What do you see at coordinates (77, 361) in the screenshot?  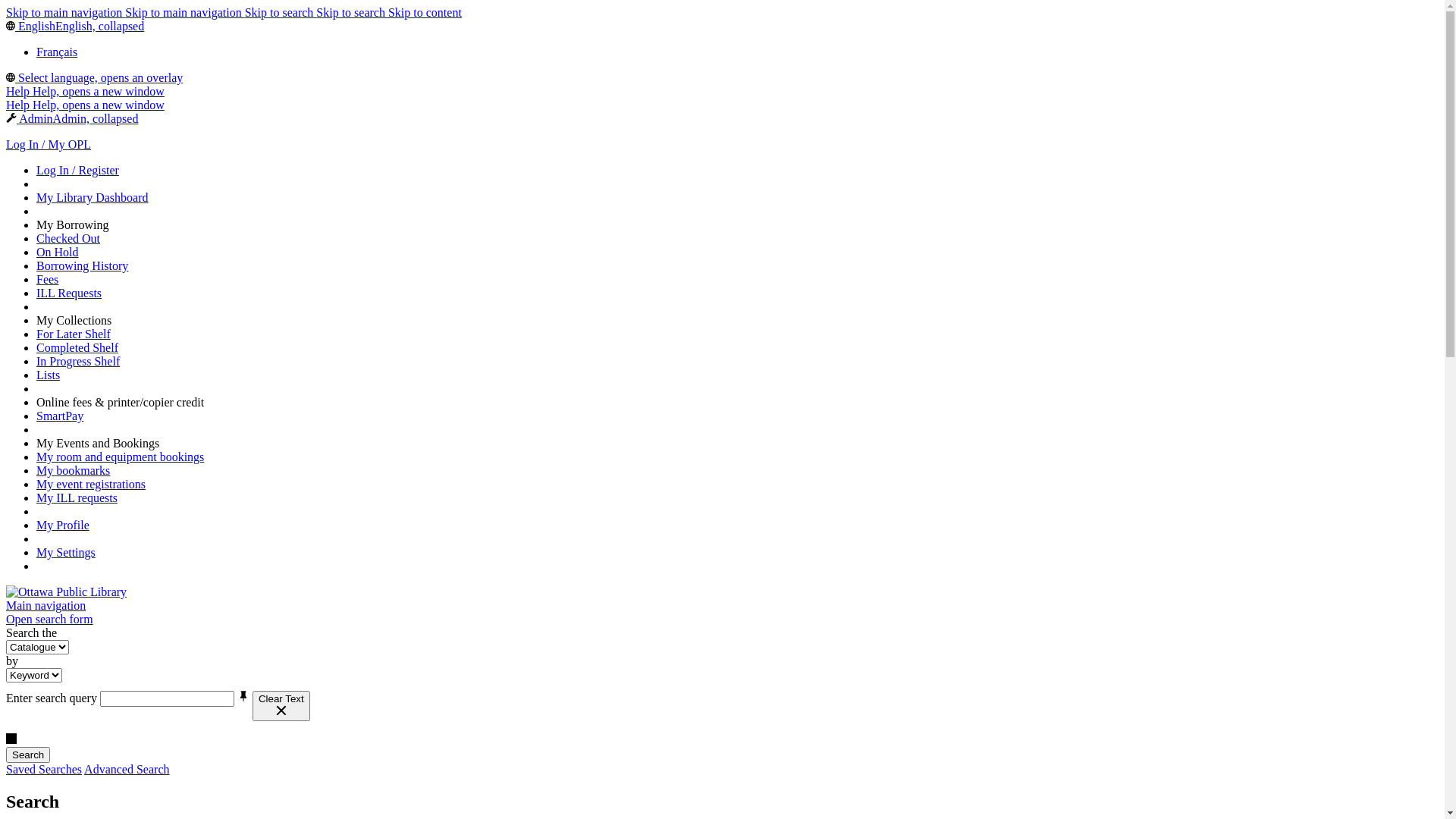 I see `'In Progress Shelf'` at bounding box center [77, 361].